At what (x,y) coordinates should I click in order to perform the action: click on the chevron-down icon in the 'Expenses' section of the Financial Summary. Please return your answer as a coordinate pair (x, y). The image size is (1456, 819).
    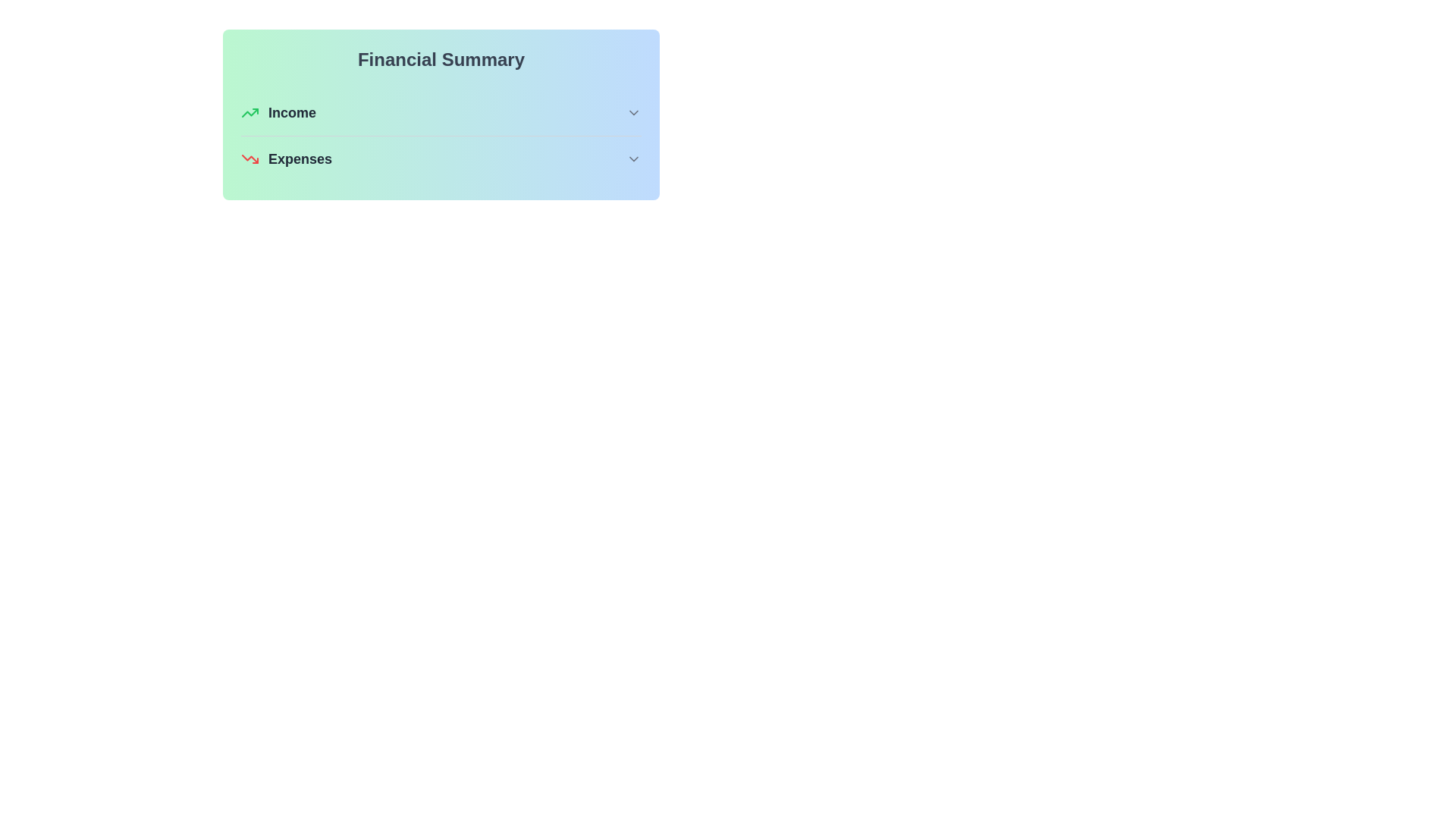
    Looking at the image, I should click on (633, 158).